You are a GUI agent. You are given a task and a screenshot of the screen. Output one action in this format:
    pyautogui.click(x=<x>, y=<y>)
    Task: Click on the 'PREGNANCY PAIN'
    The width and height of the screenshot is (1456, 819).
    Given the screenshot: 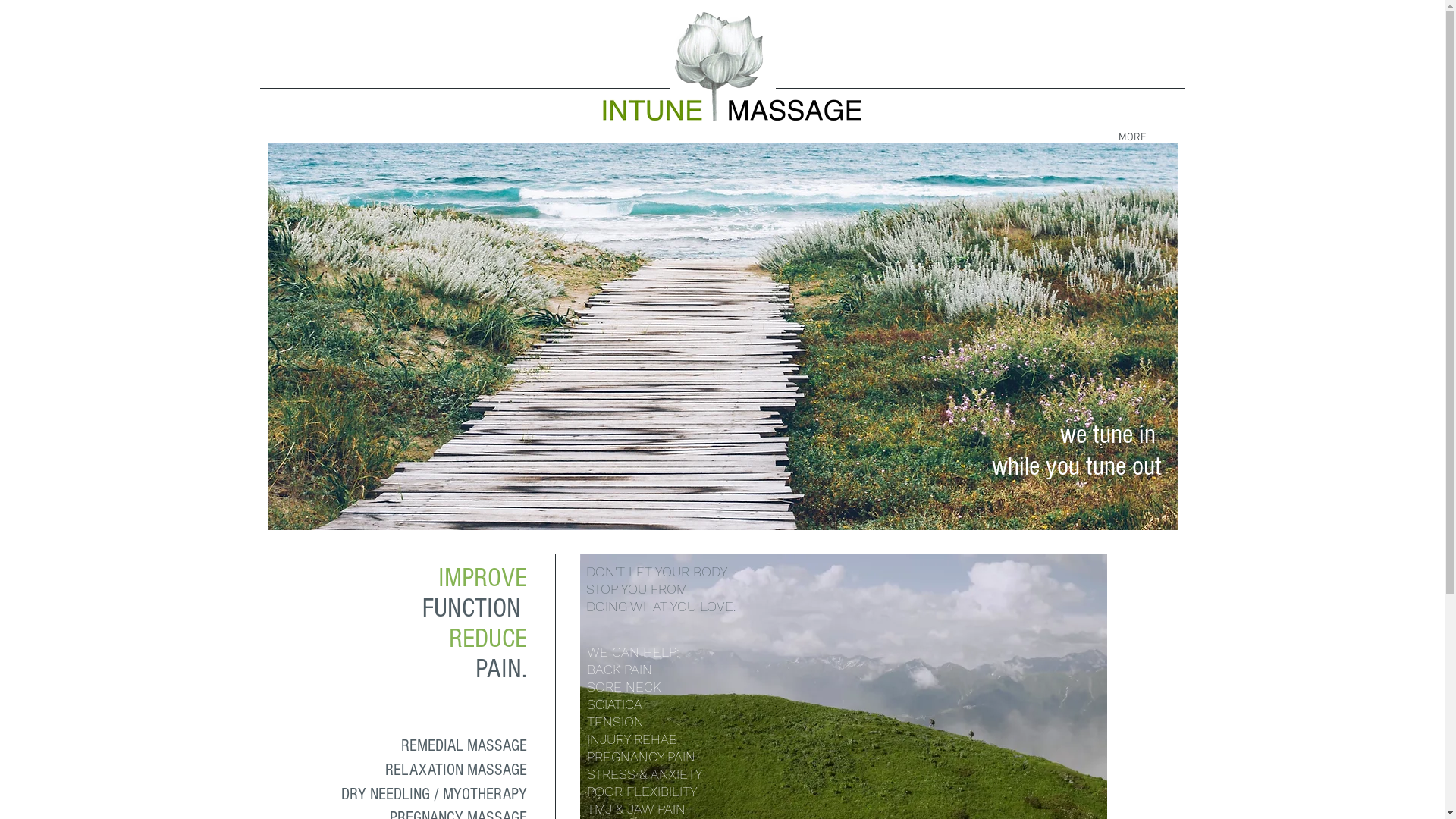 What is the action you would take?
    pyautogui.click(x=641, y=756)
    